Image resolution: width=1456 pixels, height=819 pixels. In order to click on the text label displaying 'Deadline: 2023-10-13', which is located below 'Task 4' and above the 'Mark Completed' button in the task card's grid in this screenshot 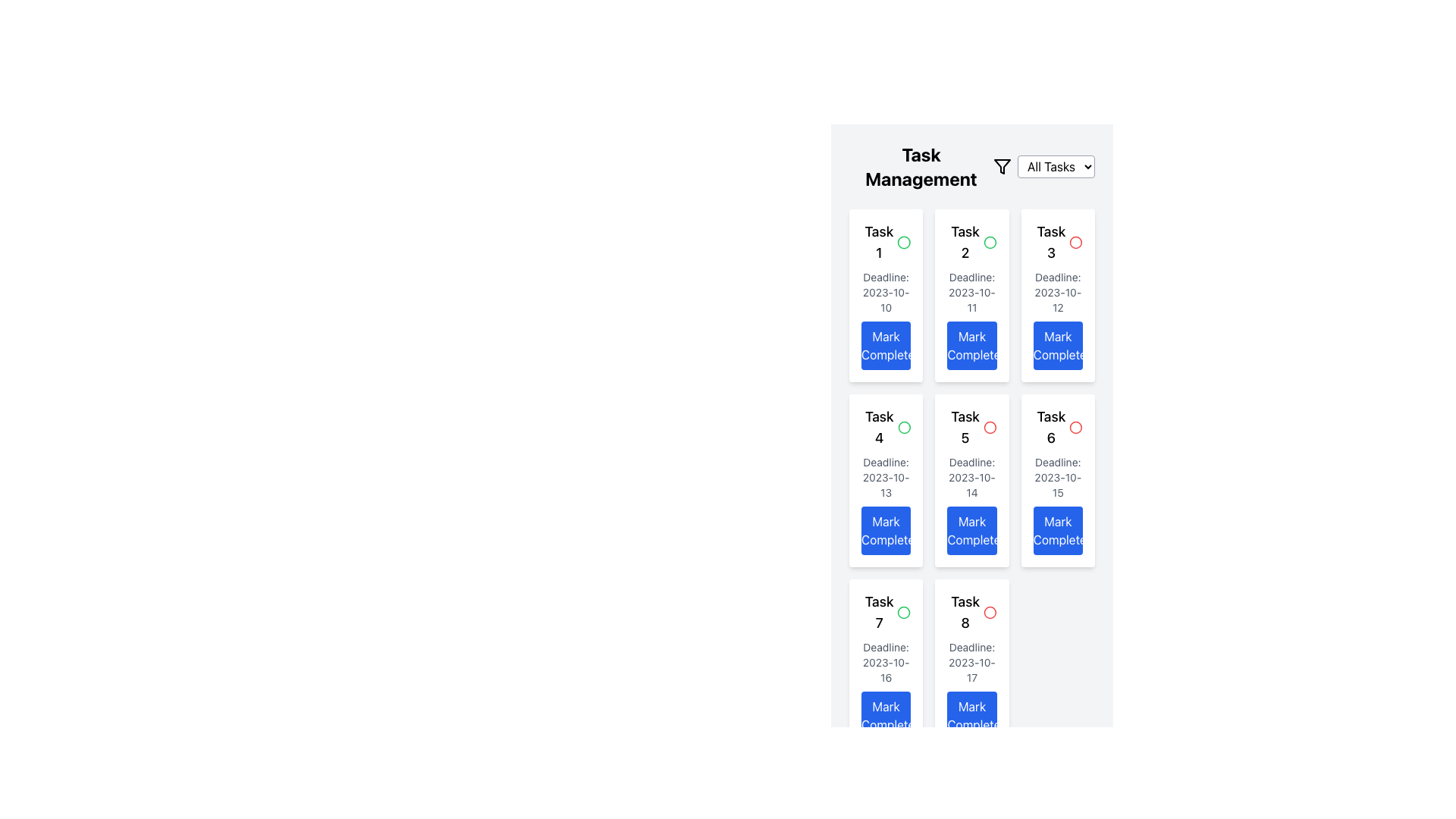, I will do `click(886, 476)`.